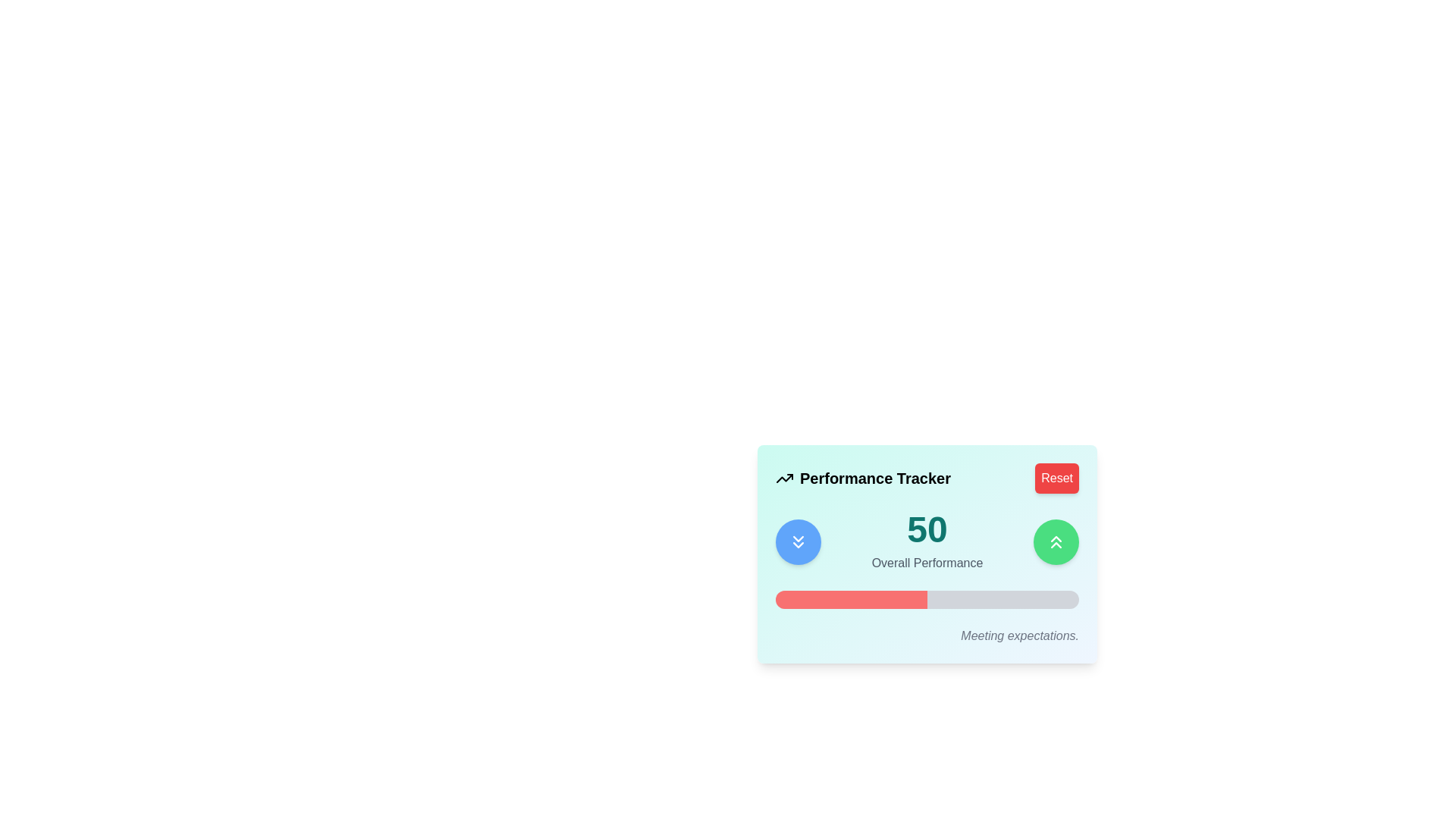  What do you see at coordinates (797, 541) in the screenshot?
I see `the double-chevron downwards SVG icon within the blue circular button adjacent to the numeric performance indicator (50) on the 'Performance Tracker' card` at bounding box center [797, 541].